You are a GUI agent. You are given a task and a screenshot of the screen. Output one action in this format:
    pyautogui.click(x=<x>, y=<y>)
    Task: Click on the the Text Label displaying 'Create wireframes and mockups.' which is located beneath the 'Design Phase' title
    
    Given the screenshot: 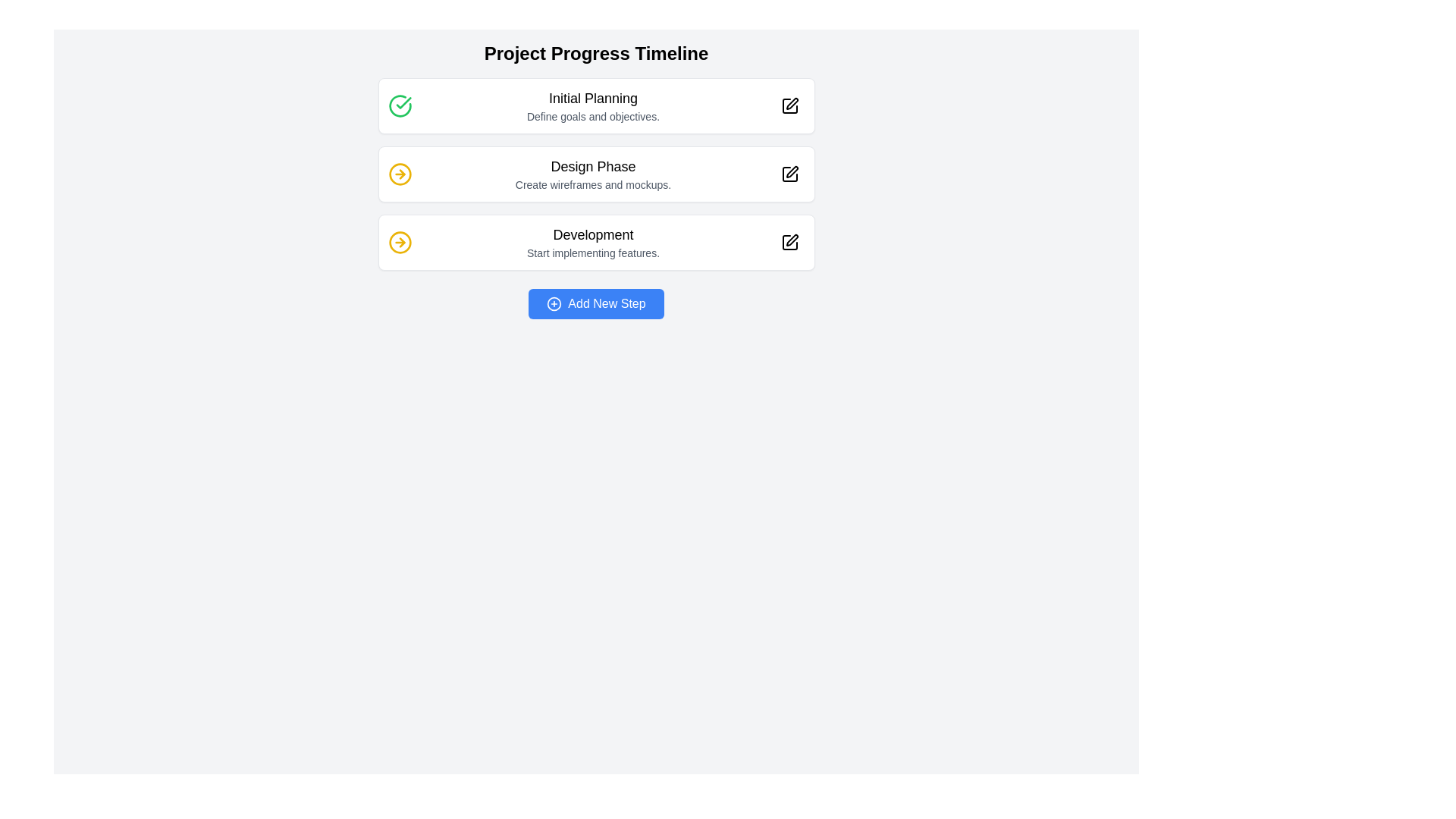 What is the action you would take?
    pyautogui.click(x=592, y=184)
    